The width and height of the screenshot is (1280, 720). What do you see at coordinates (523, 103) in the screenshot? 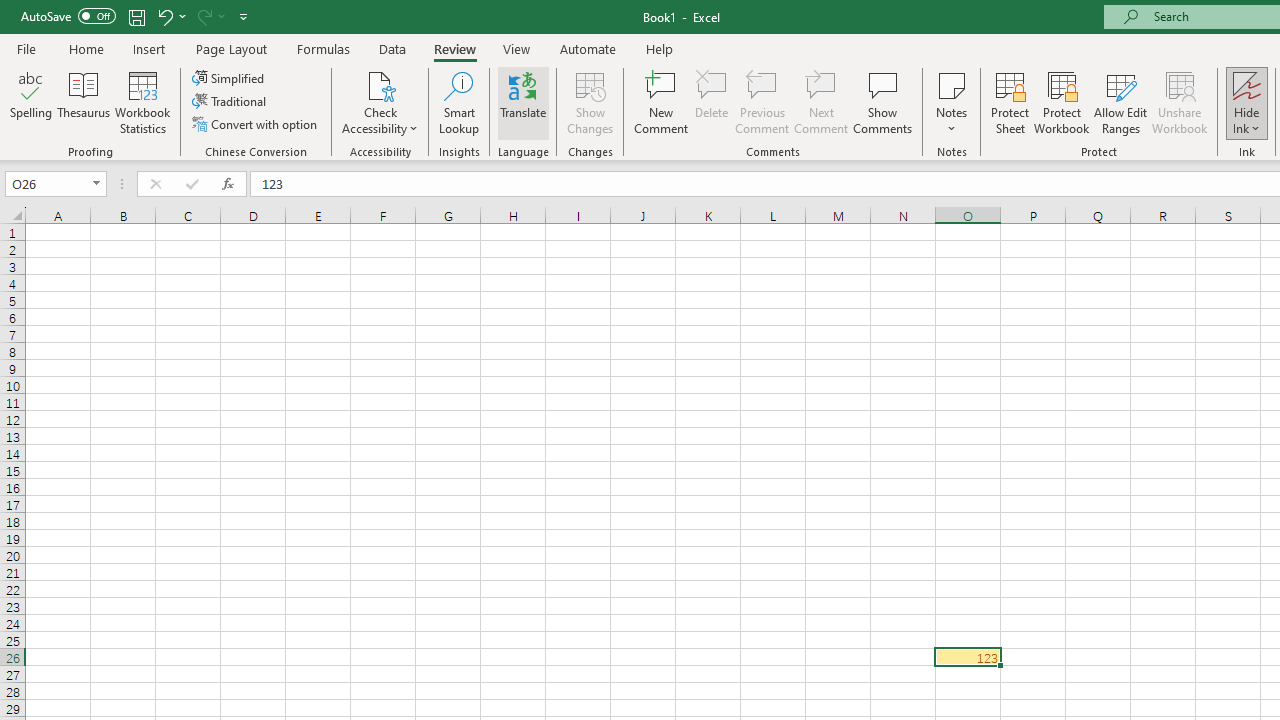
I see `'Translate'` at bounding box center [523, 103].